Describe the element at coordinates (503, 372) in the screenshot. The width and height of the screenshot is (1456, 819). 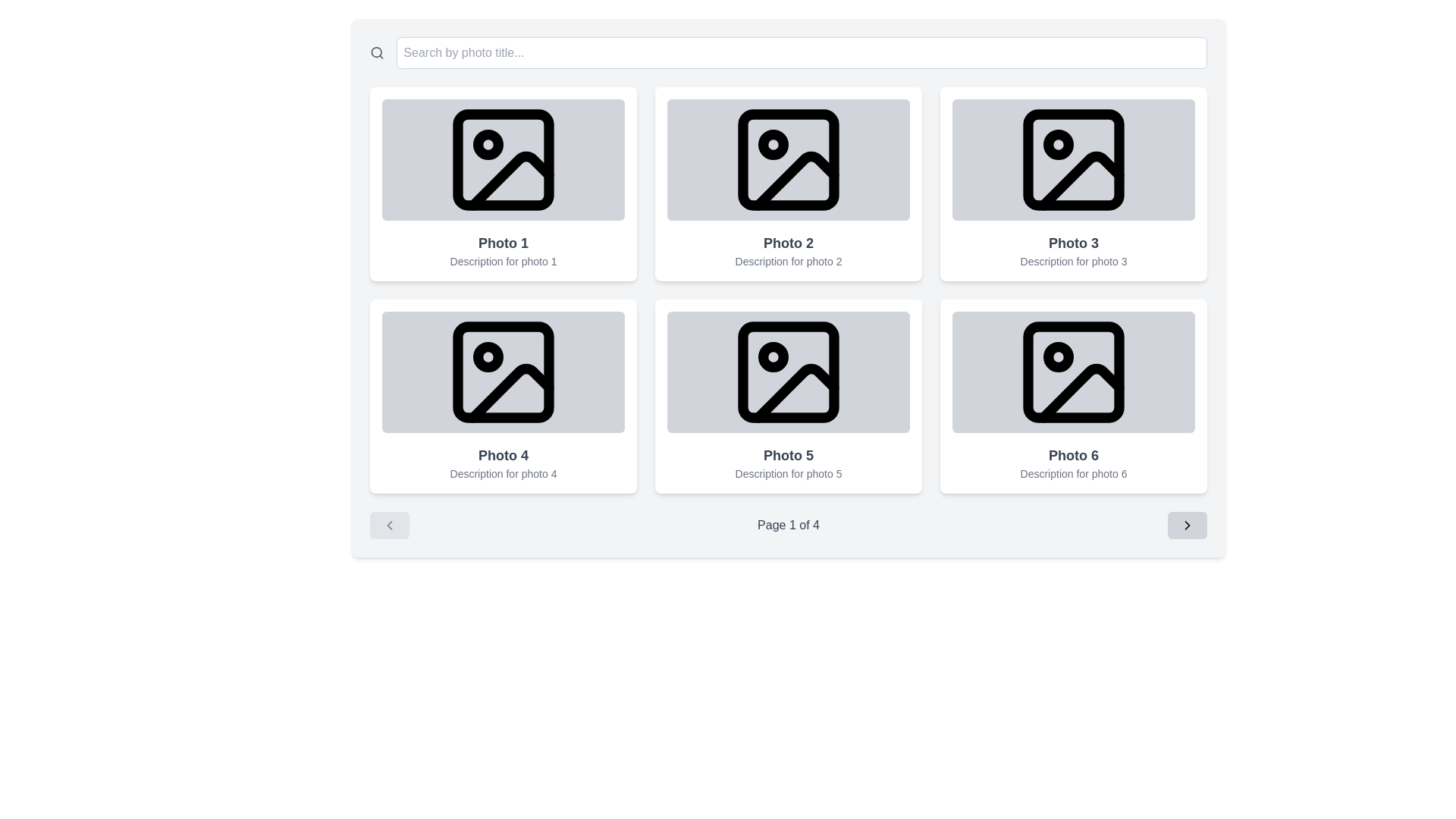
I see `the top-left graphical decorative rectangle inside the image placeholder icon` at that location.